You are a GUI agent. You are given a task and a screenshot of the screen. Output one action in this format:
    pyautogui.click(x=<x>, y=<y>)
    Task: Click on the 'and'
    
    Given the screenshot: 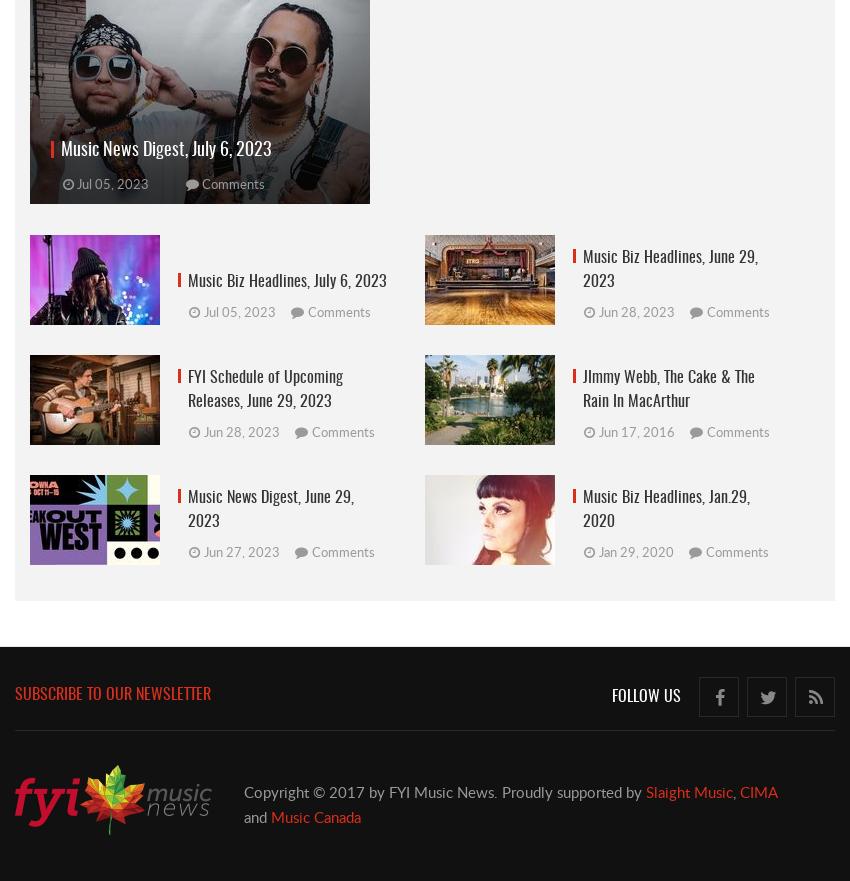 What is the action you would take?
    pyautogui.click(x=255, y=814)
    